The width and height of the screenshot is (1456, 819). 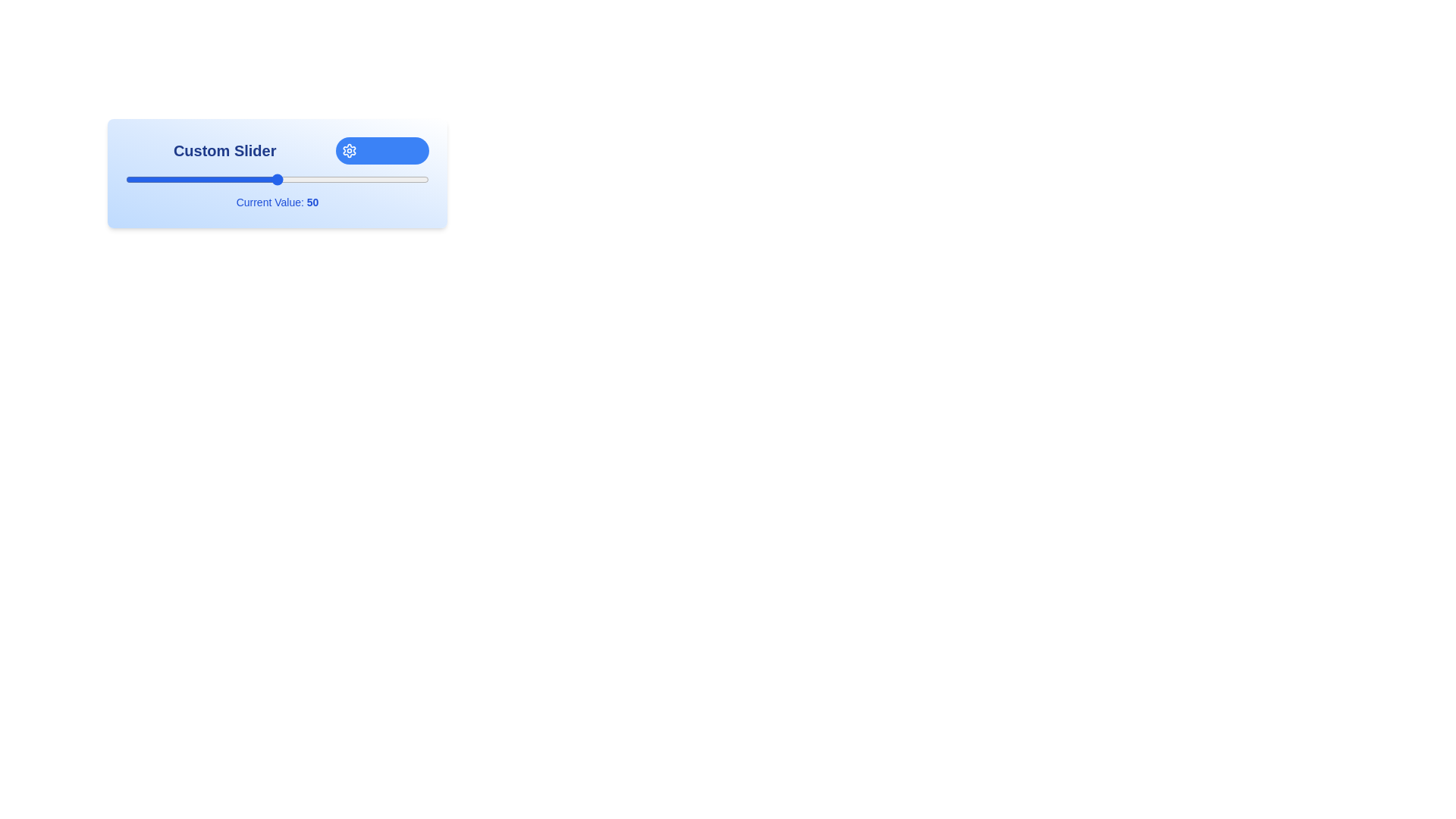 What do you see at coordinates (192, 178) in the screenshot?
I see `the slider's value` at bounding box center [192, 178].